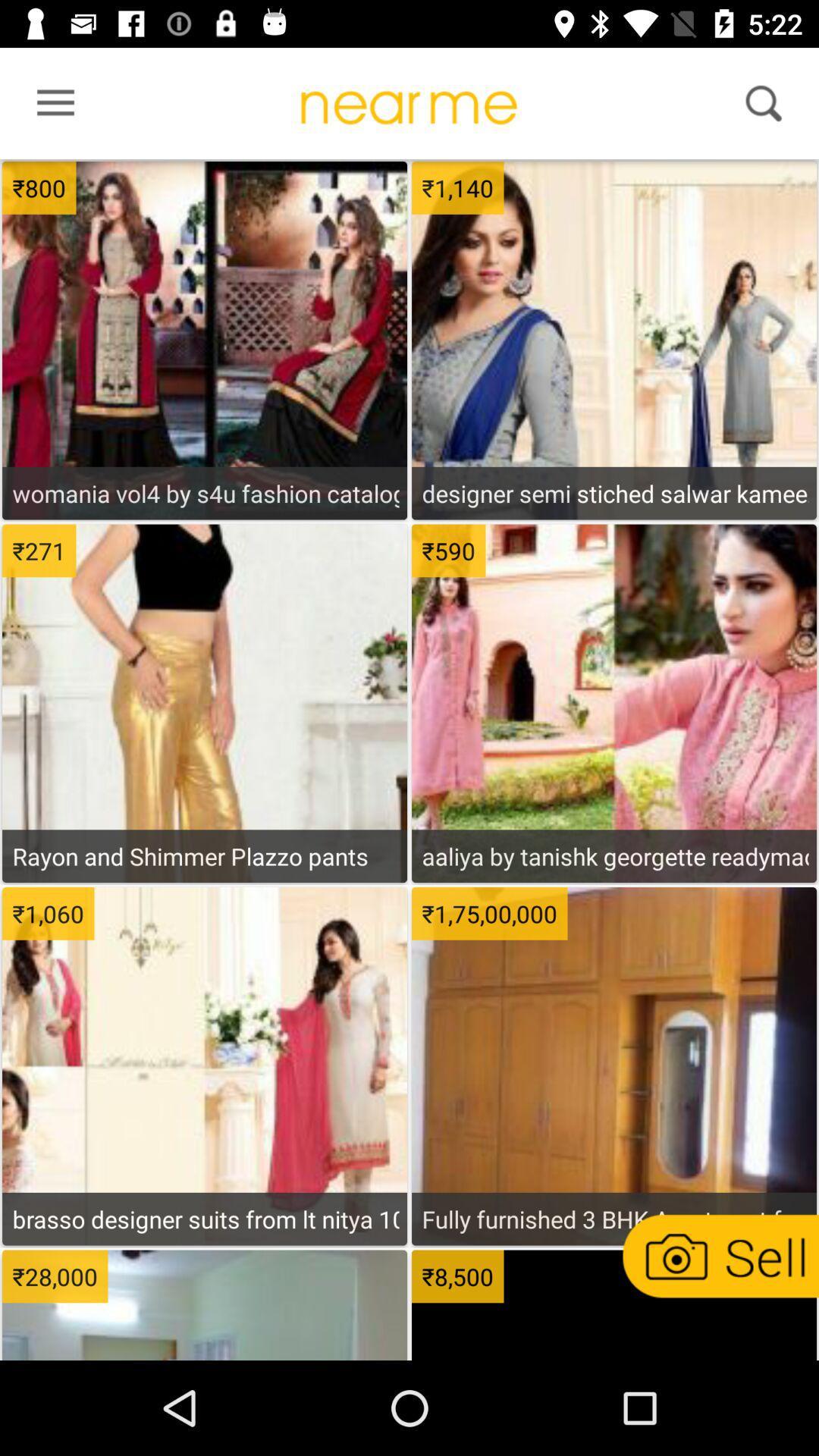  I want to click on picture, so click(718, 1256).